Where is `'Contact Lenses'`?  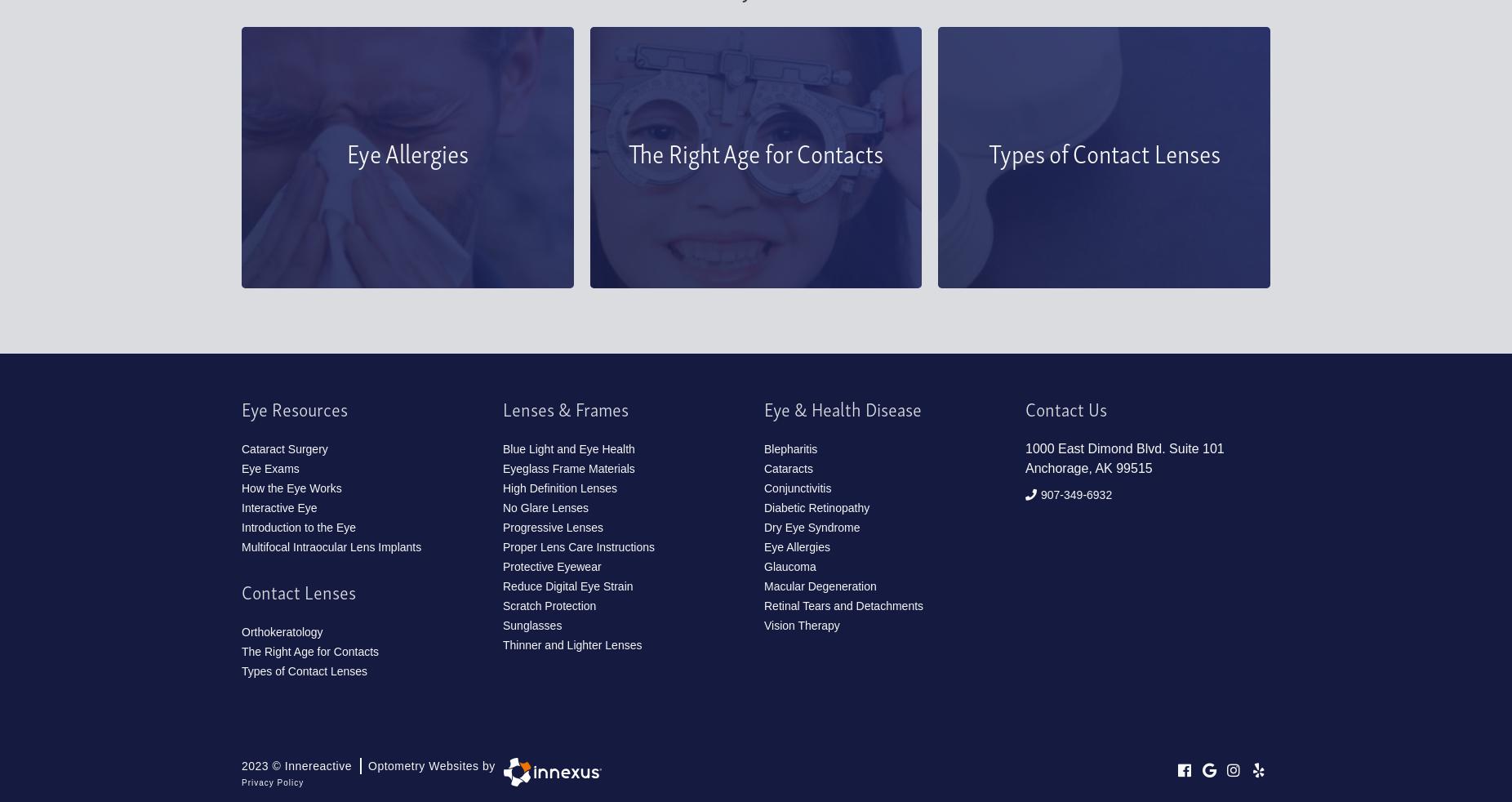 'Contact Lenses' is located at coordinates (298, 590).